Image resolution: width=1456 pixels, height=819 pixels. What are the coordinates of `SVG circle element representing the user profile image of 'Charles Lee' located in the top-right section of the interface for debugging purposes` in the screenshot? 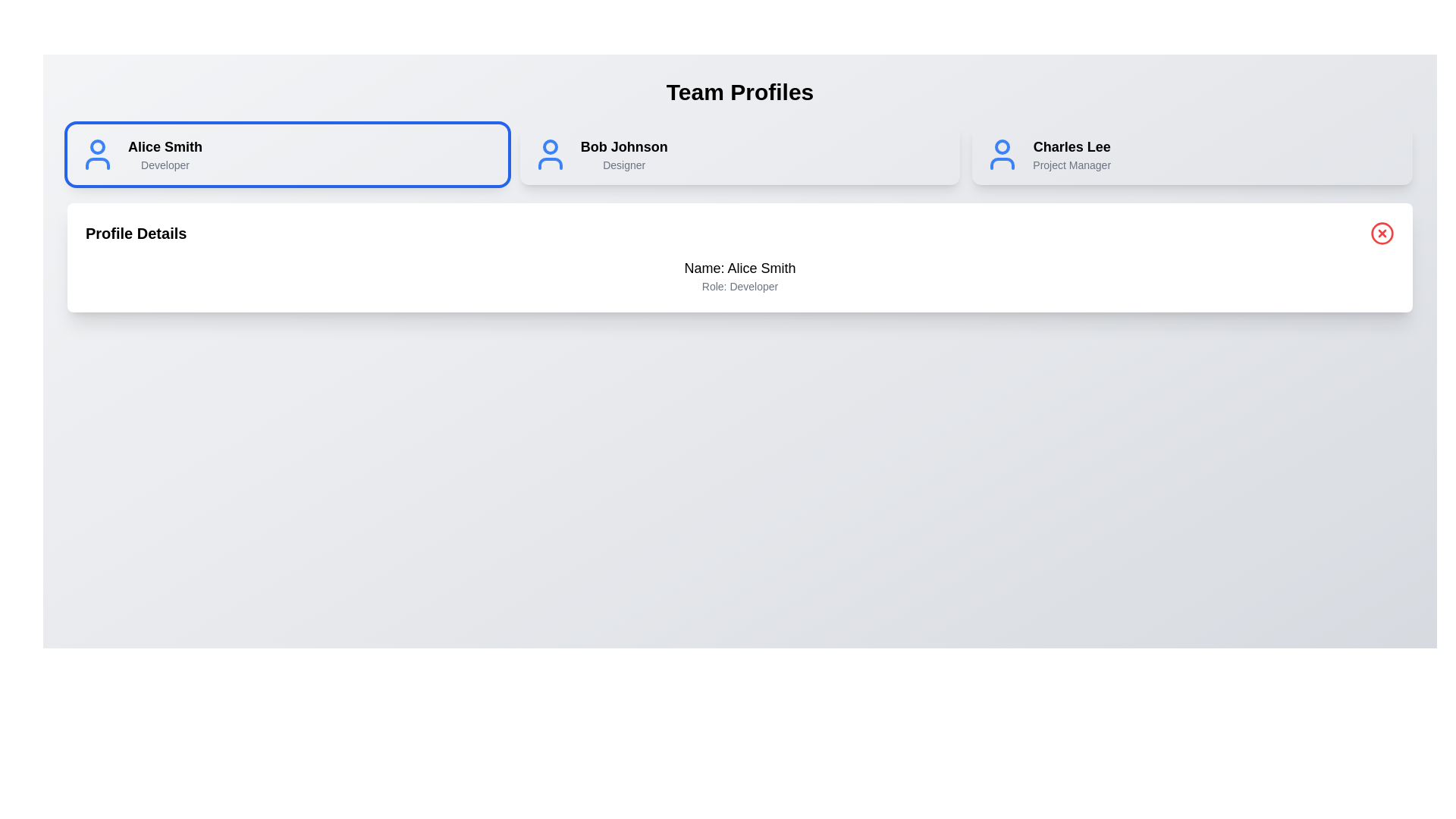 It's located at (1003, 146).